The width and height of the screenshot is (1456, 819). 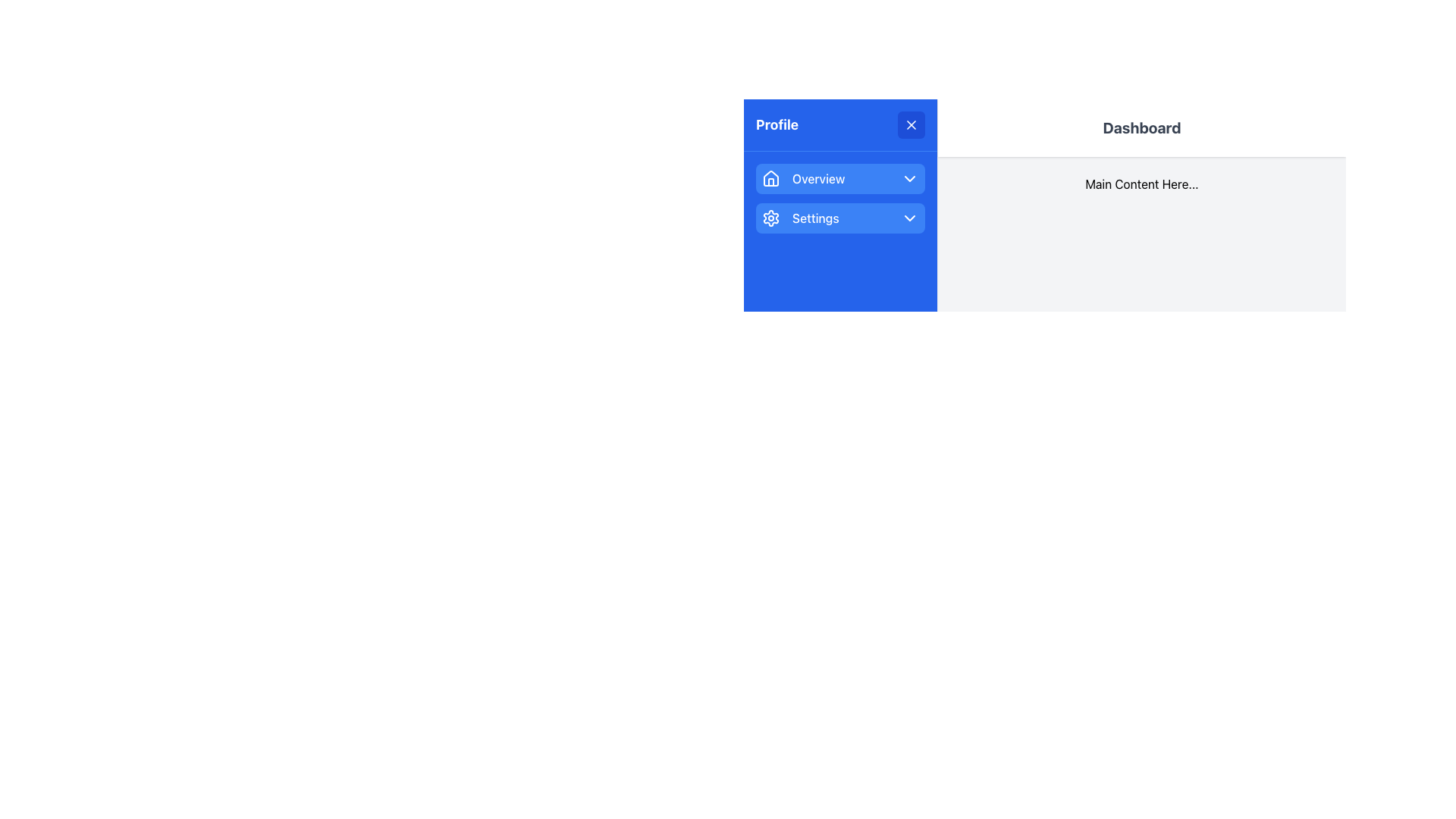 I want to click on the 'Overview' button with a blue background, which is the first item under the 'Profile' header in the sidebar, so click(x=839, y=177).